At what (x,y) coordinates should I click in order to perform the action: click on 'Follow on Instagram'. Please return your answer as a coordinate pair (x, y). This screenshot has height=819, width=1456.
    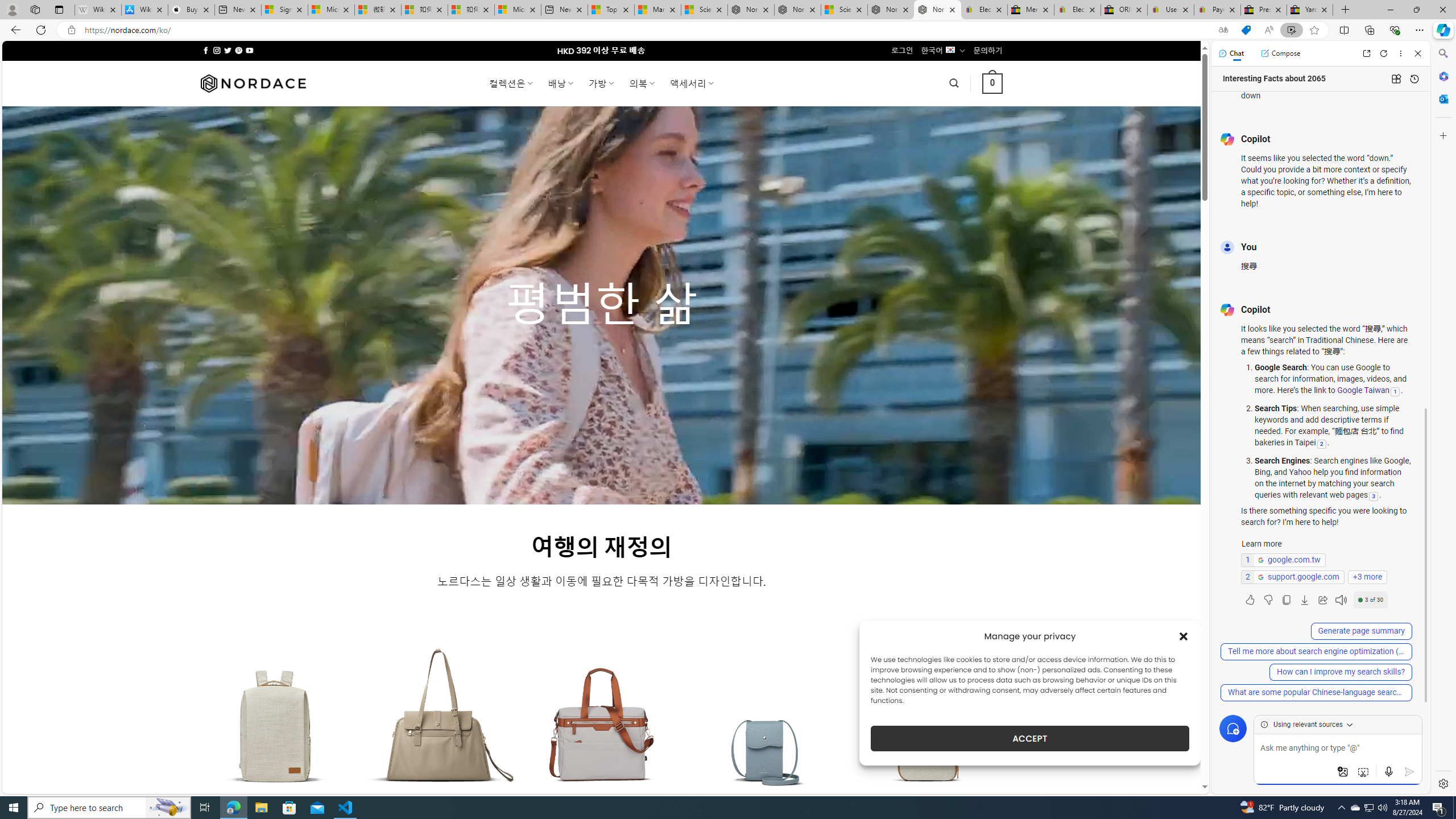
    Looking at the image, I should click on (216, 50).